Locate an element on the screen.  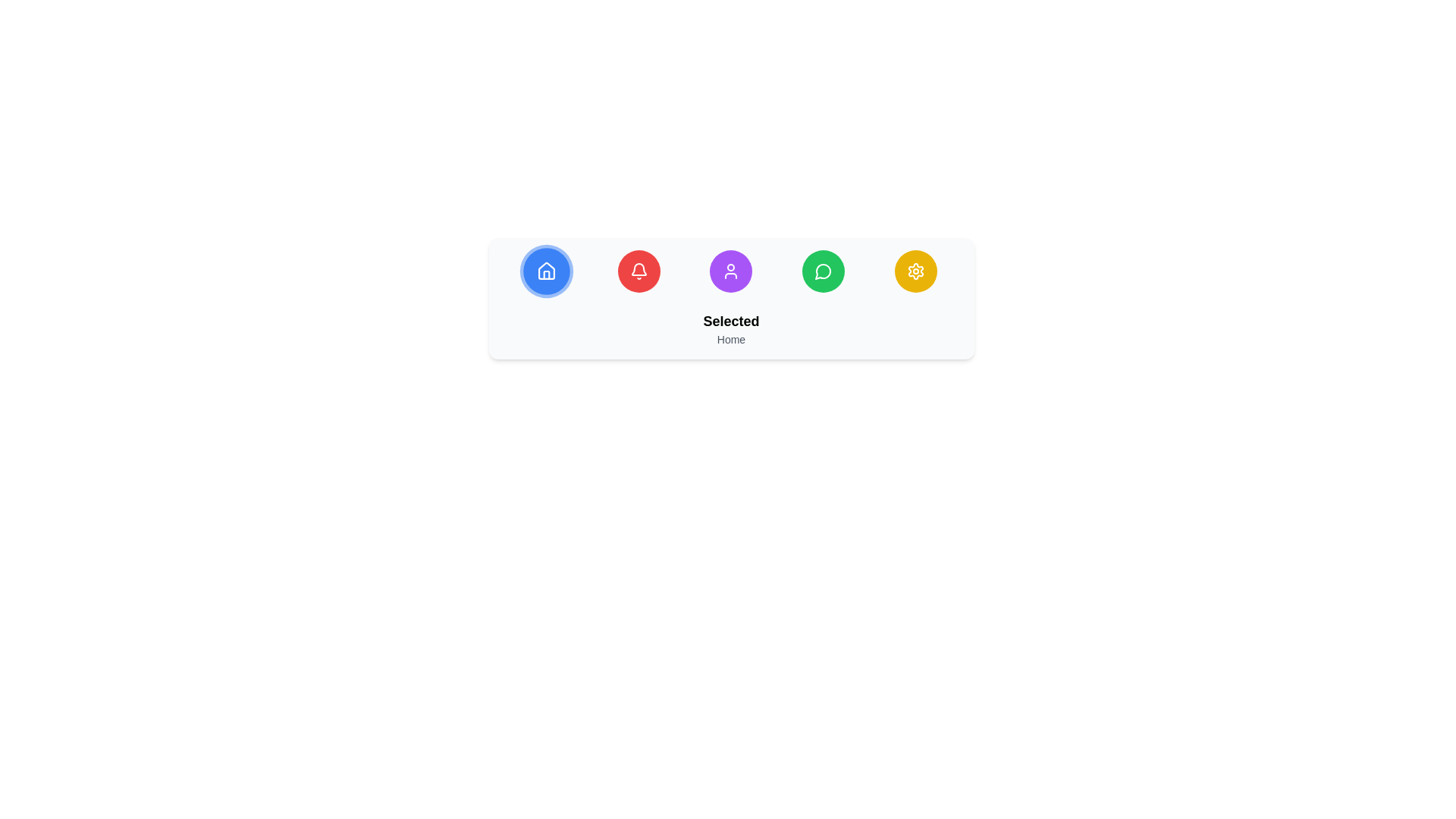
the 'Home' button icon in the navigation bar, which is the first icon from the left is located at coordinates (546, 270).